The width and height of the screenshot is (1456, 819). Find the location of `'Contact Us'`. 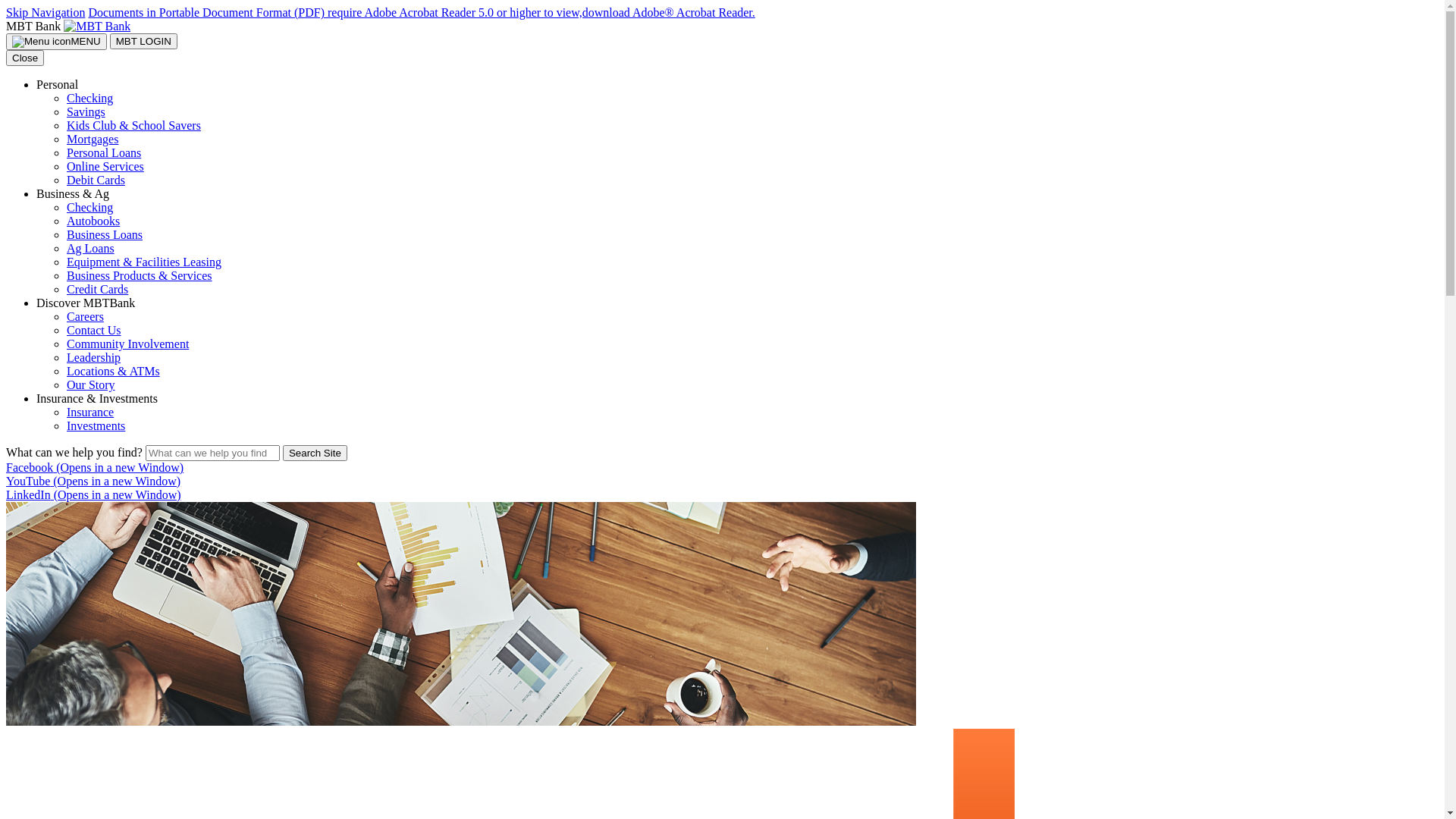

'Contact Us' is located at coordinates (65, 329).